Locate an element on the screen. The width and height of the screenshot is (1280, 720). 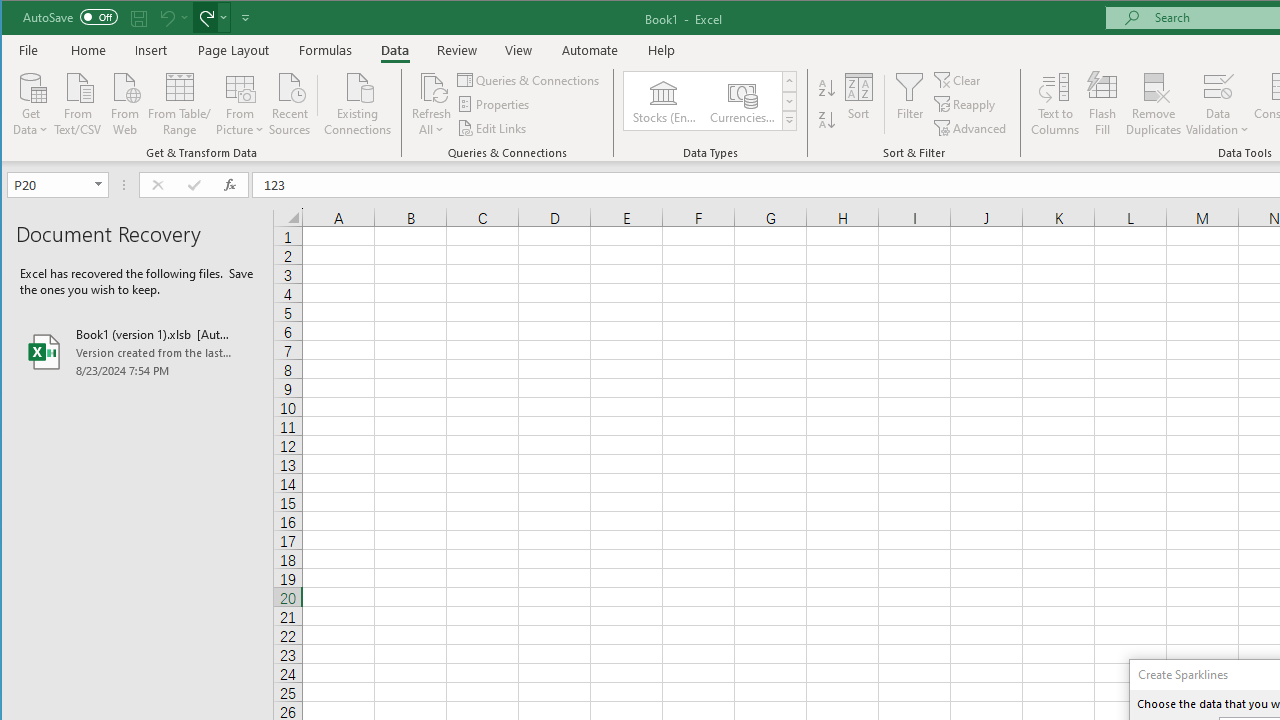
'Refresh All' is located at coordinates (431, 104).